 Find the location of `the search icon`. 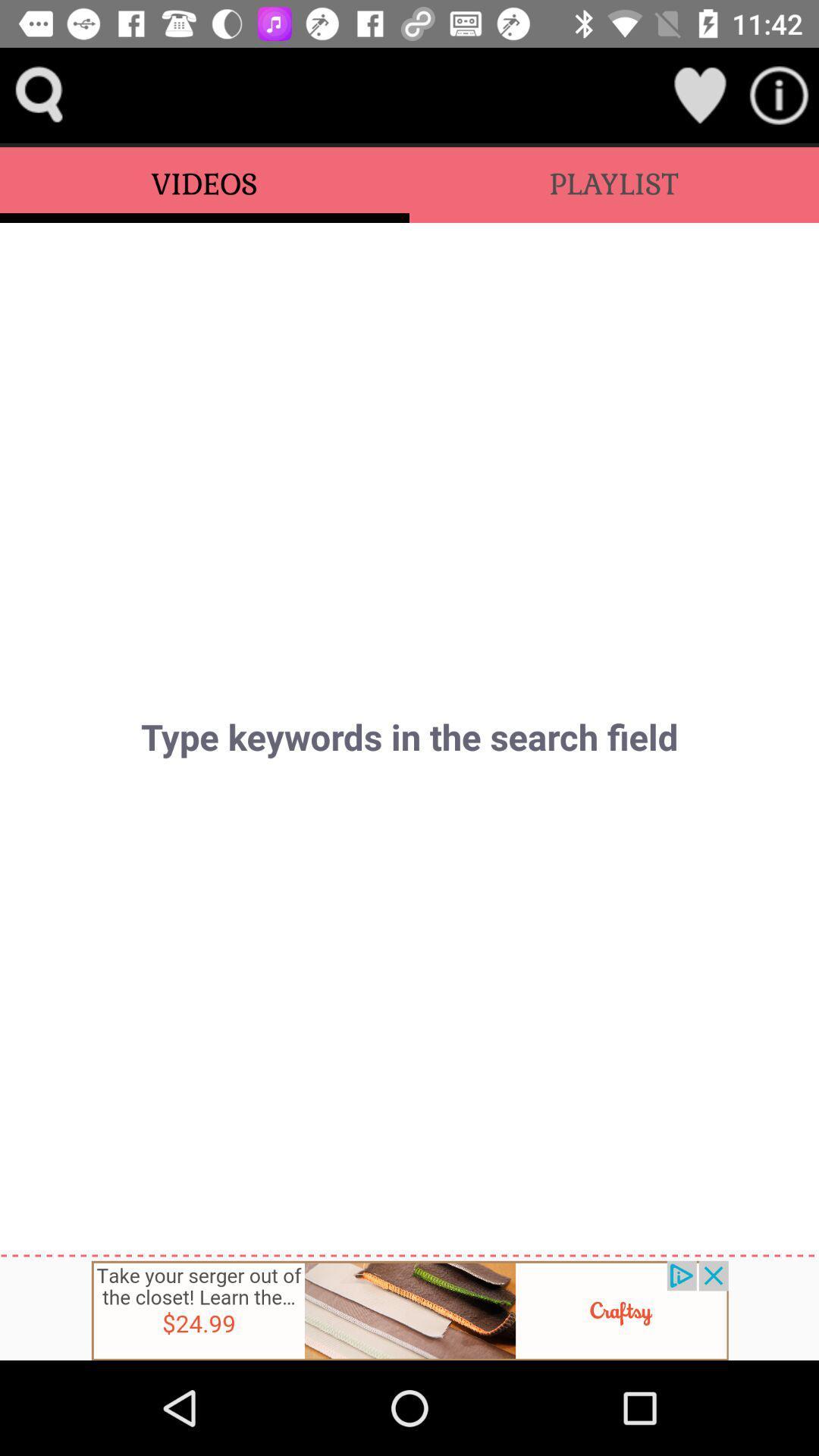

the search icon is located at coordinates (39, 94).